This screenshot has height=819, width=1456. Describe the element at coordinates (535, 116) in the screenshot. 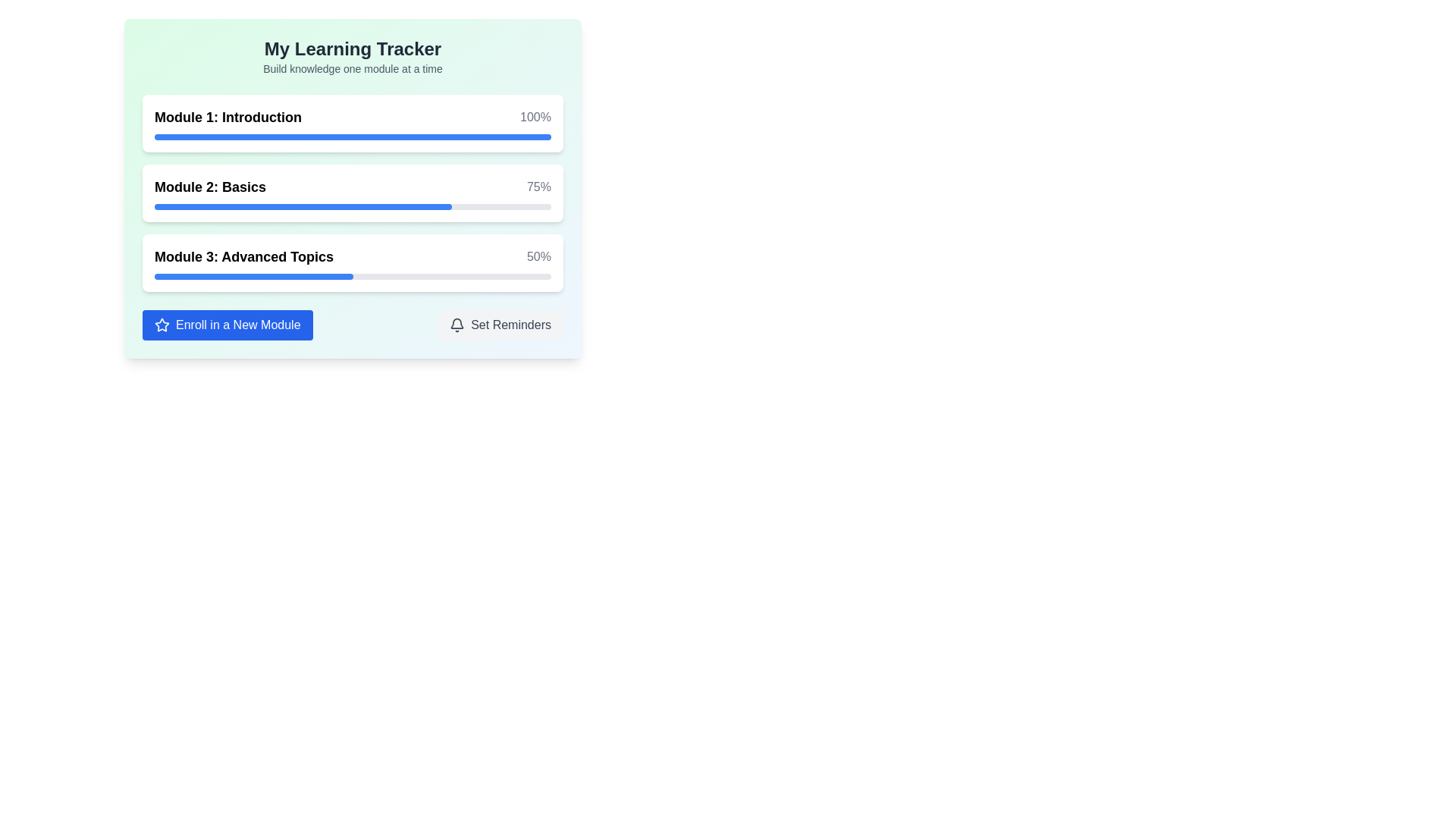

I see `the static text indicating 100% completion of 'Module 1: Introduction' located to the right of the header text` at that location.